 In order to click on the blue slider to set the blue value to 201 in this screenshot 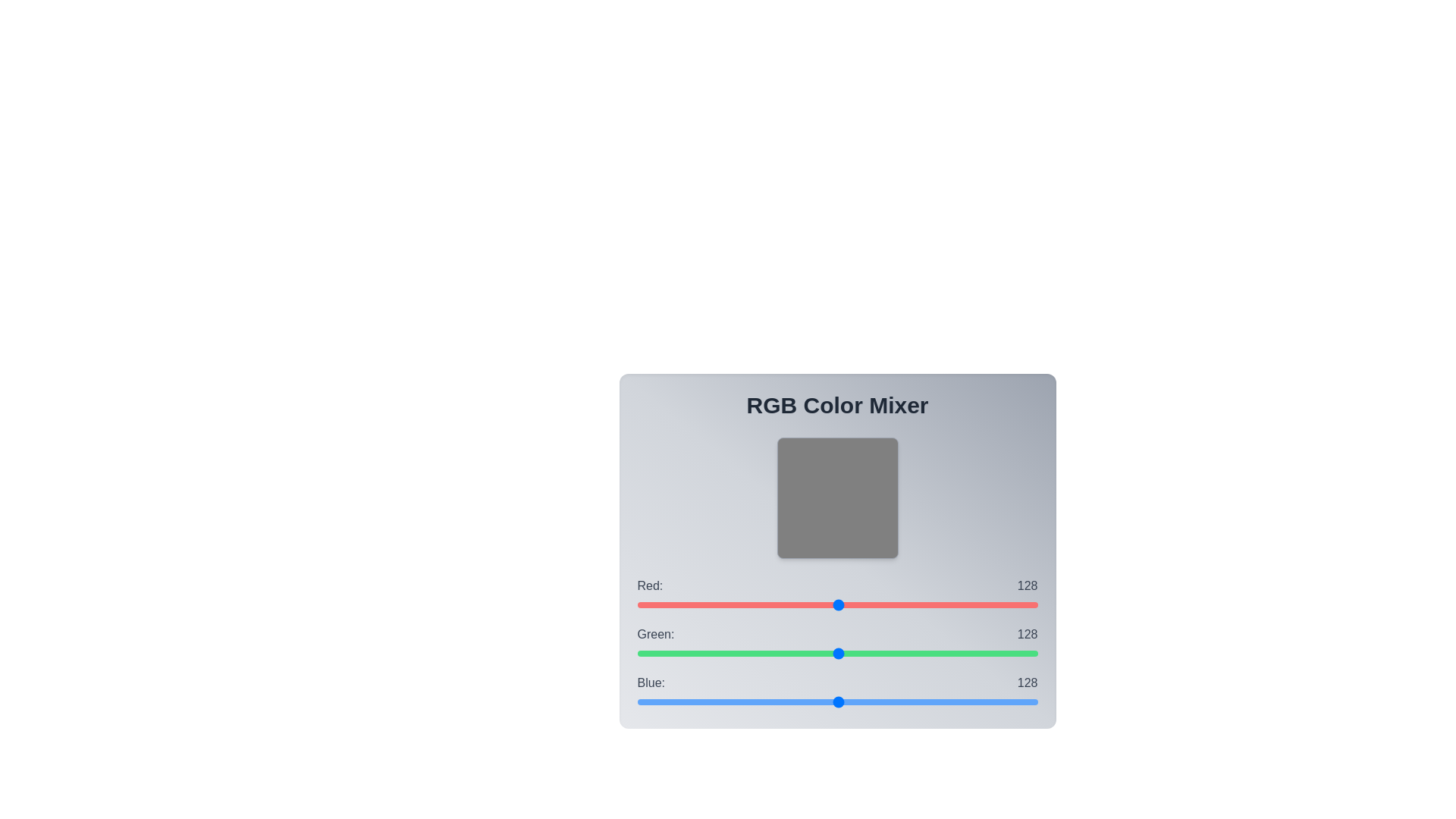, I will do `click(952, 701)`.